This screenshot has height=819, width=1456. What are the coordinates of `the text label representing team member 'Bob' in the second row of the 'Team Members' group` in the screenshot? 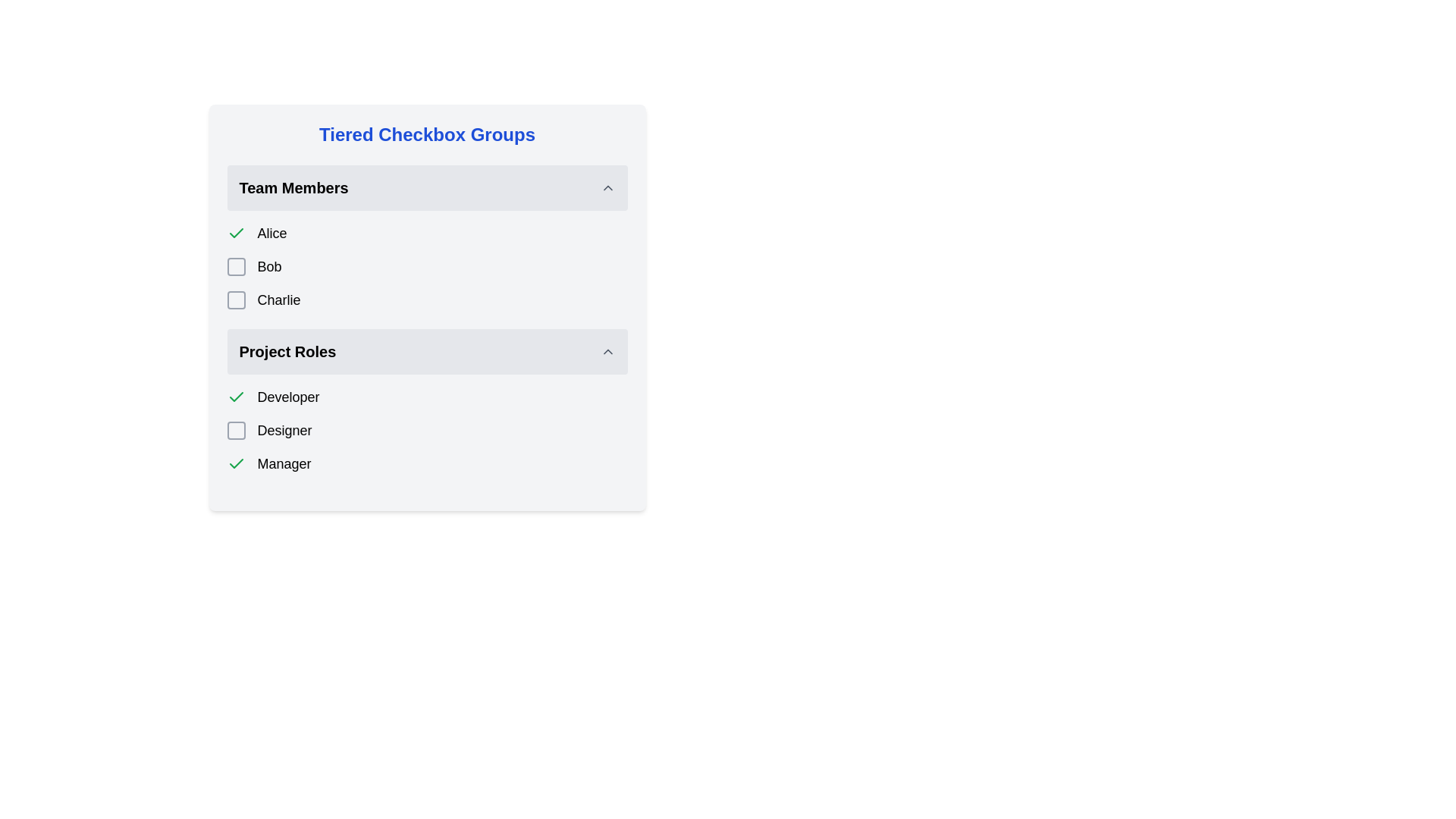 It's located at (269, 265).